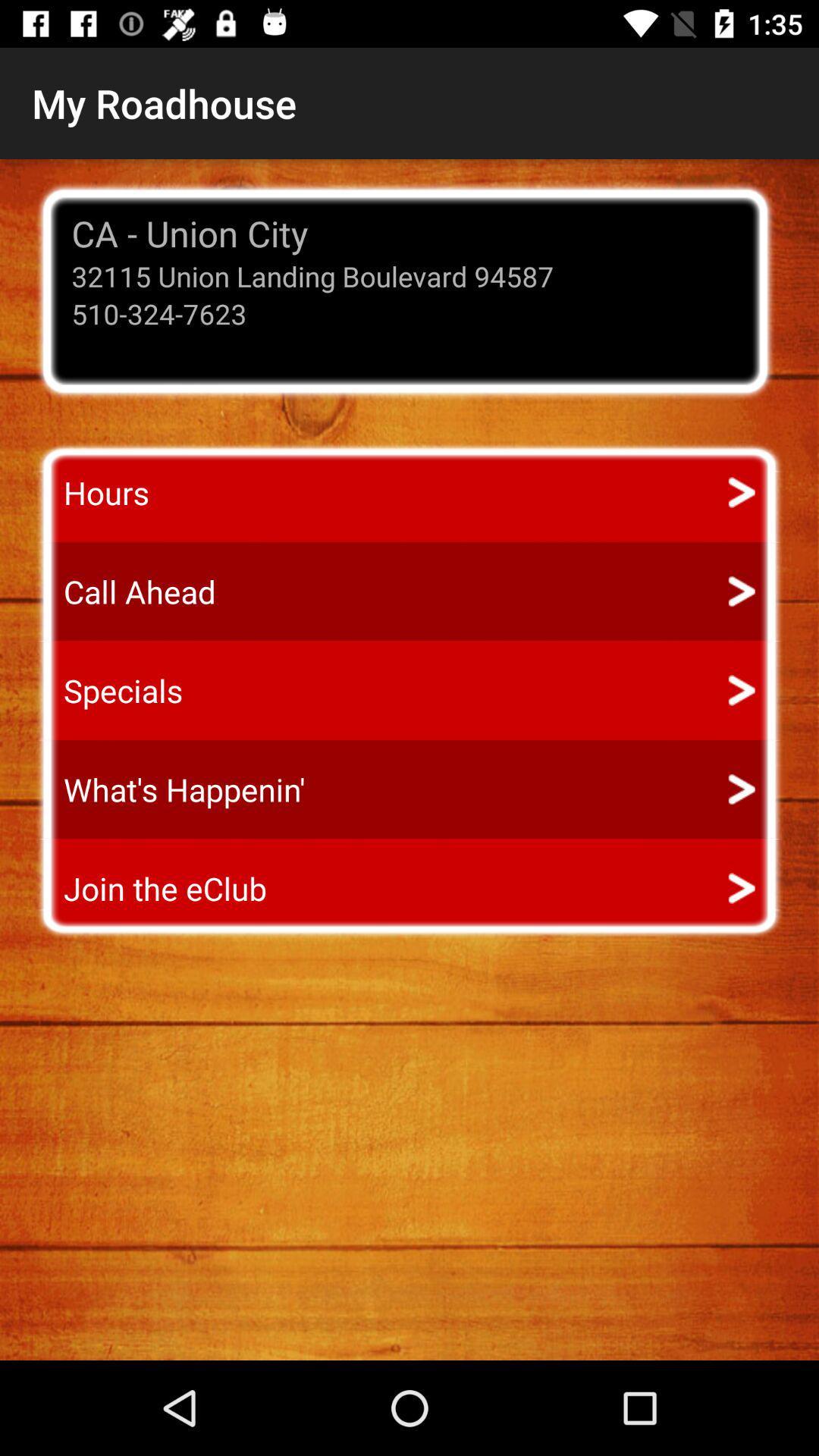 This screenshot has height=1456, width=819. I want to click on icon below the what's happenin' app, so click(151, 888).